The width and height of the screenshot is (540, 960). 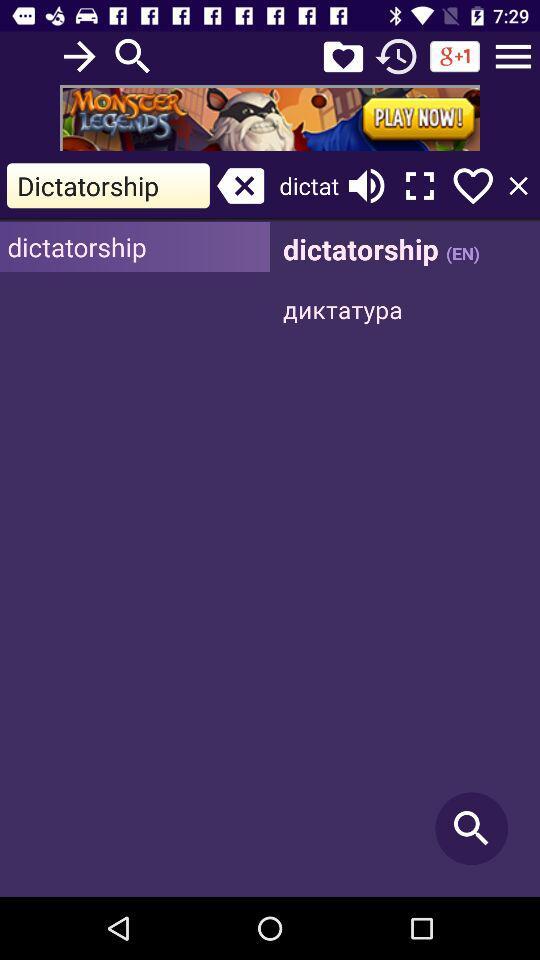 What do you see at coordinates (472, 185) in the screenshot?
I see `option` at bounding box center [472, 185].